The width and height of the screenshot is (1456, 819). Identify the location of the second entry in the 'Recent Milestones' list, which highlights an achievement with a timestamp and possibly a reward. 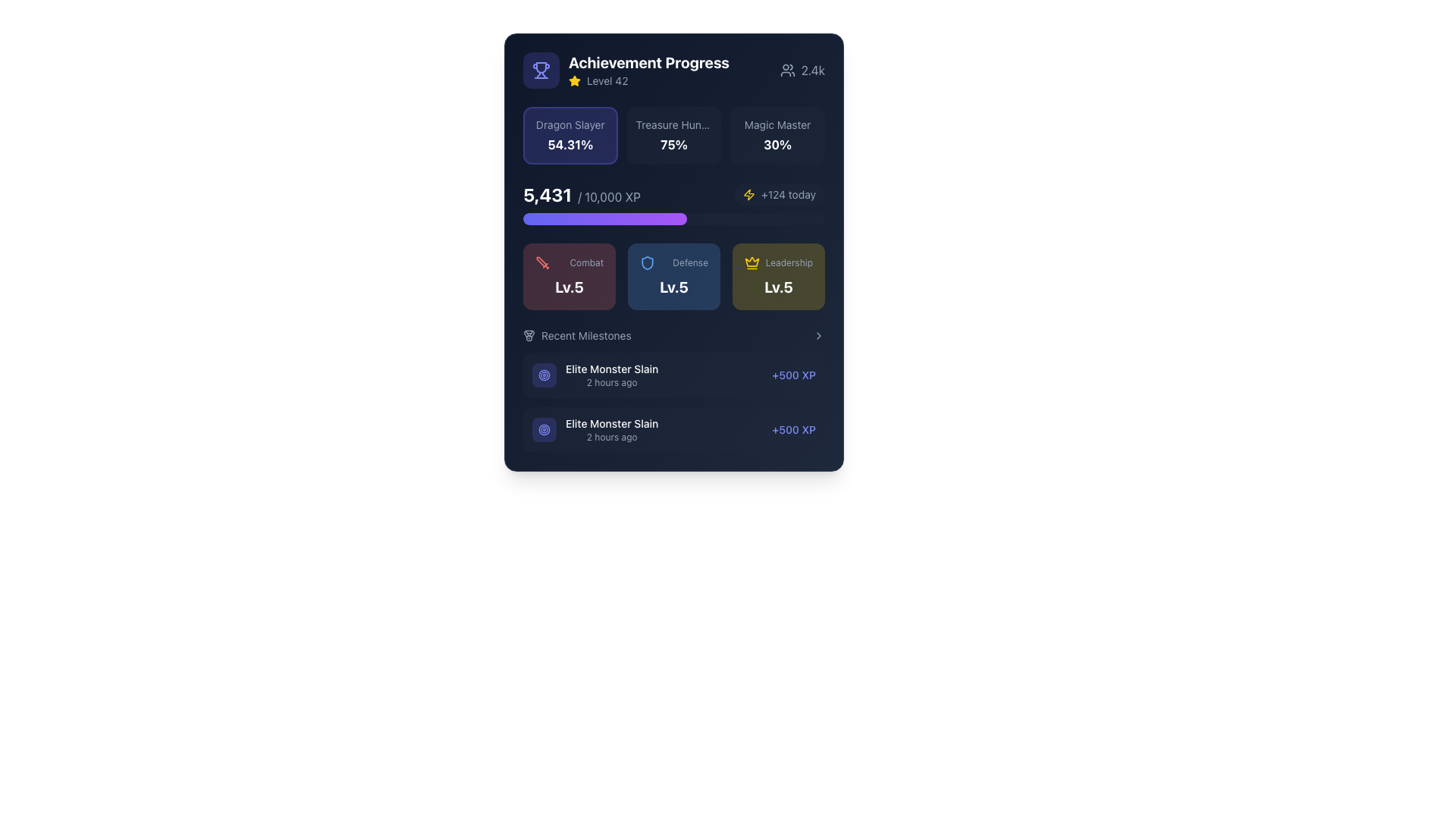
(595, 430).